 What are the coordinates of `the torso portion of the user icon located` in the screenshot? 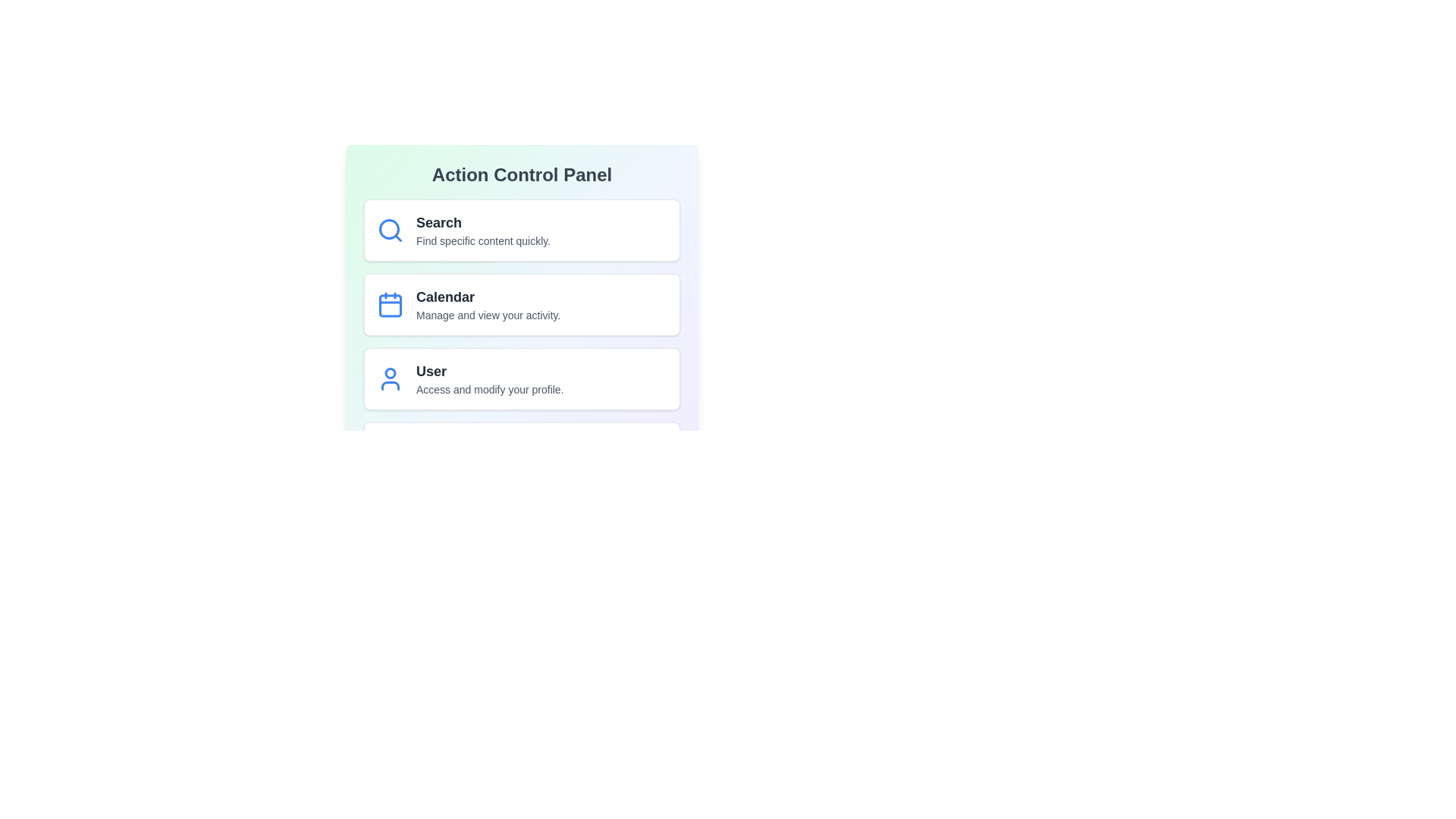 It's located at (390, 385).